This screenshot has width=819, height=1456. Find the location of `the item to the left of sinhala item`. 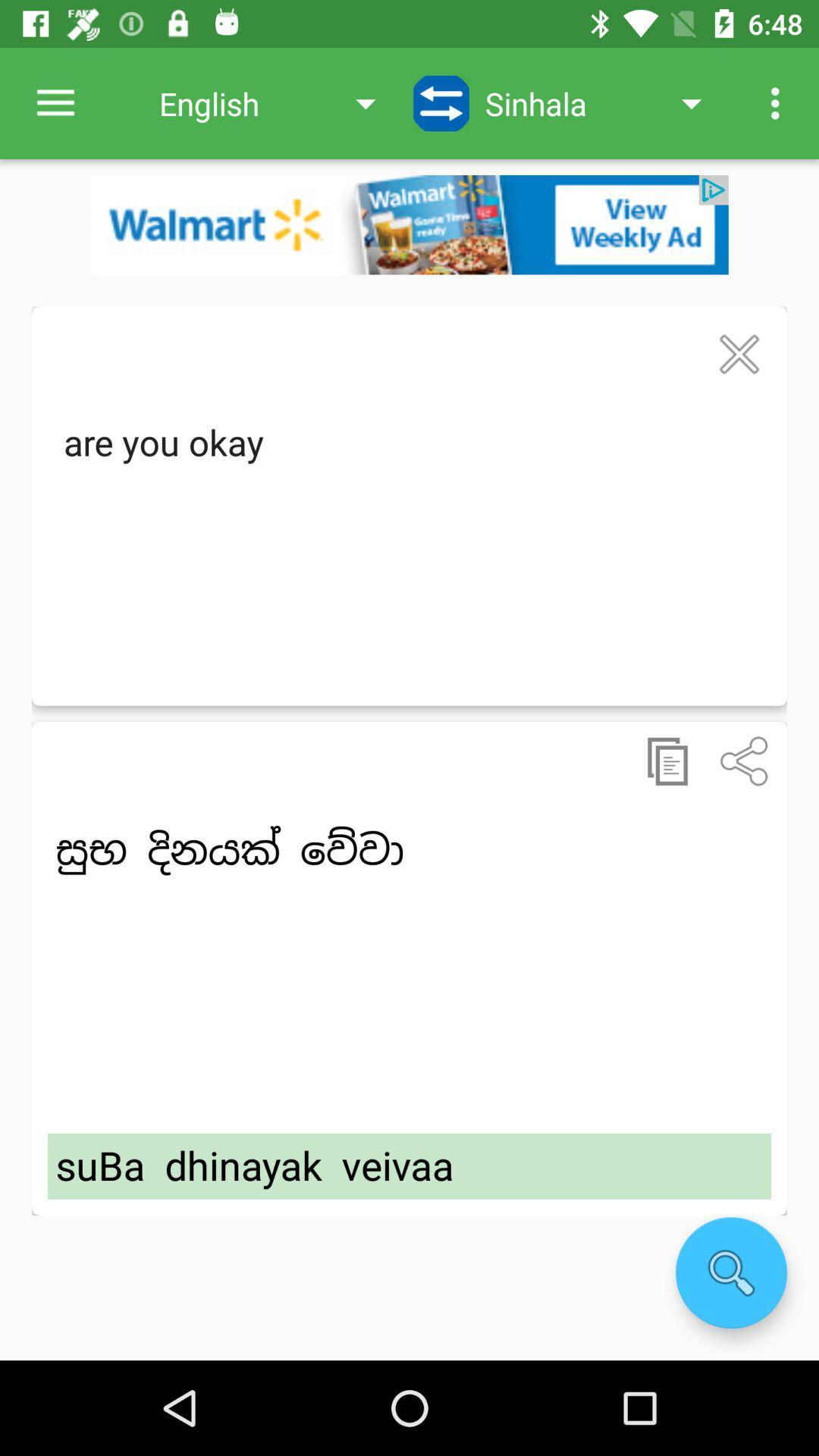

the item to the left of sinhala item is located at coordinates (441, 102).